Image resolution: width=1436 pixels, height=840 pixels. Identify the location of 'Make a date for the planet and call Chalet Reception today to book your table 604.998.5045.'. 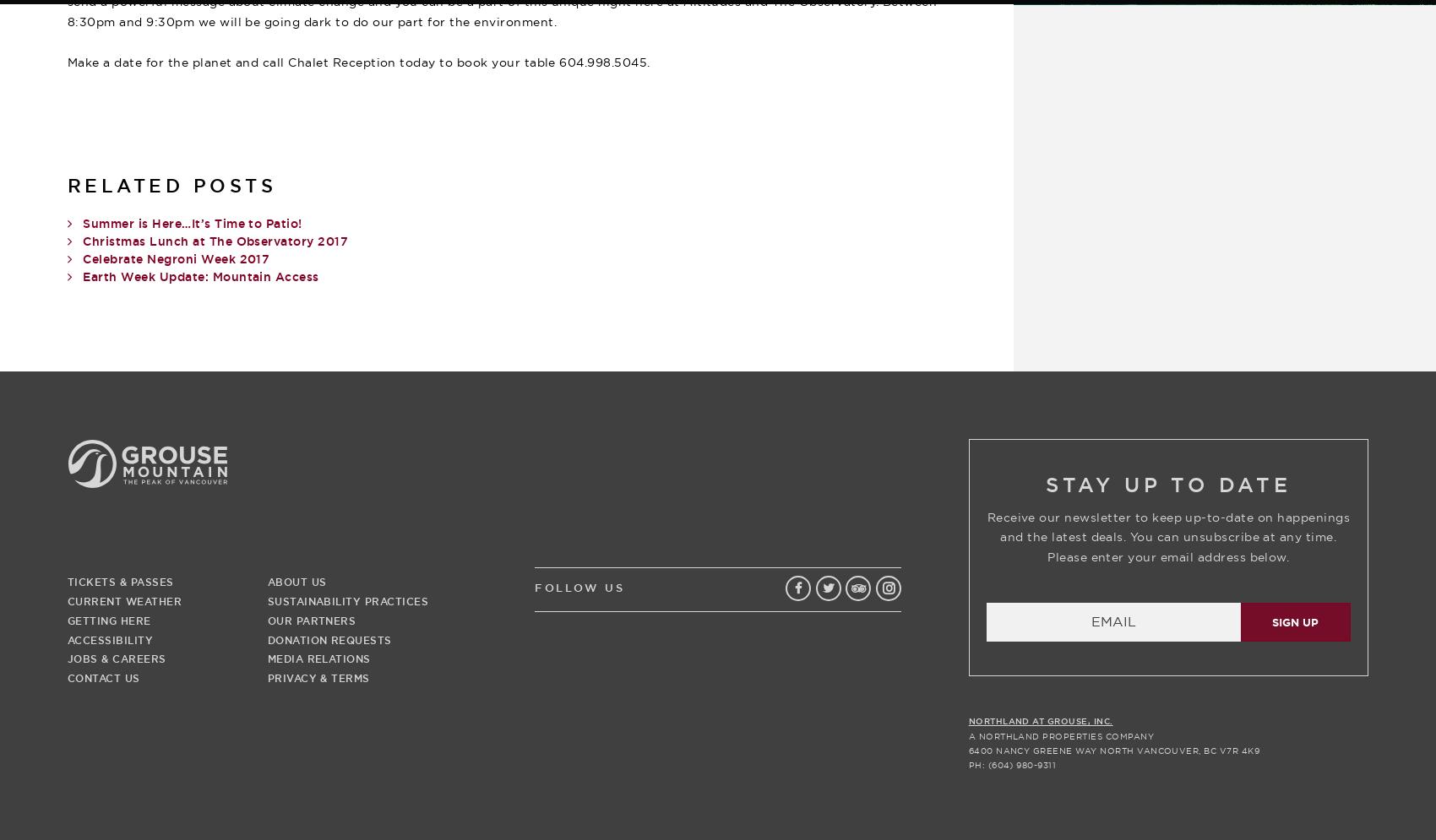
(357, 62).